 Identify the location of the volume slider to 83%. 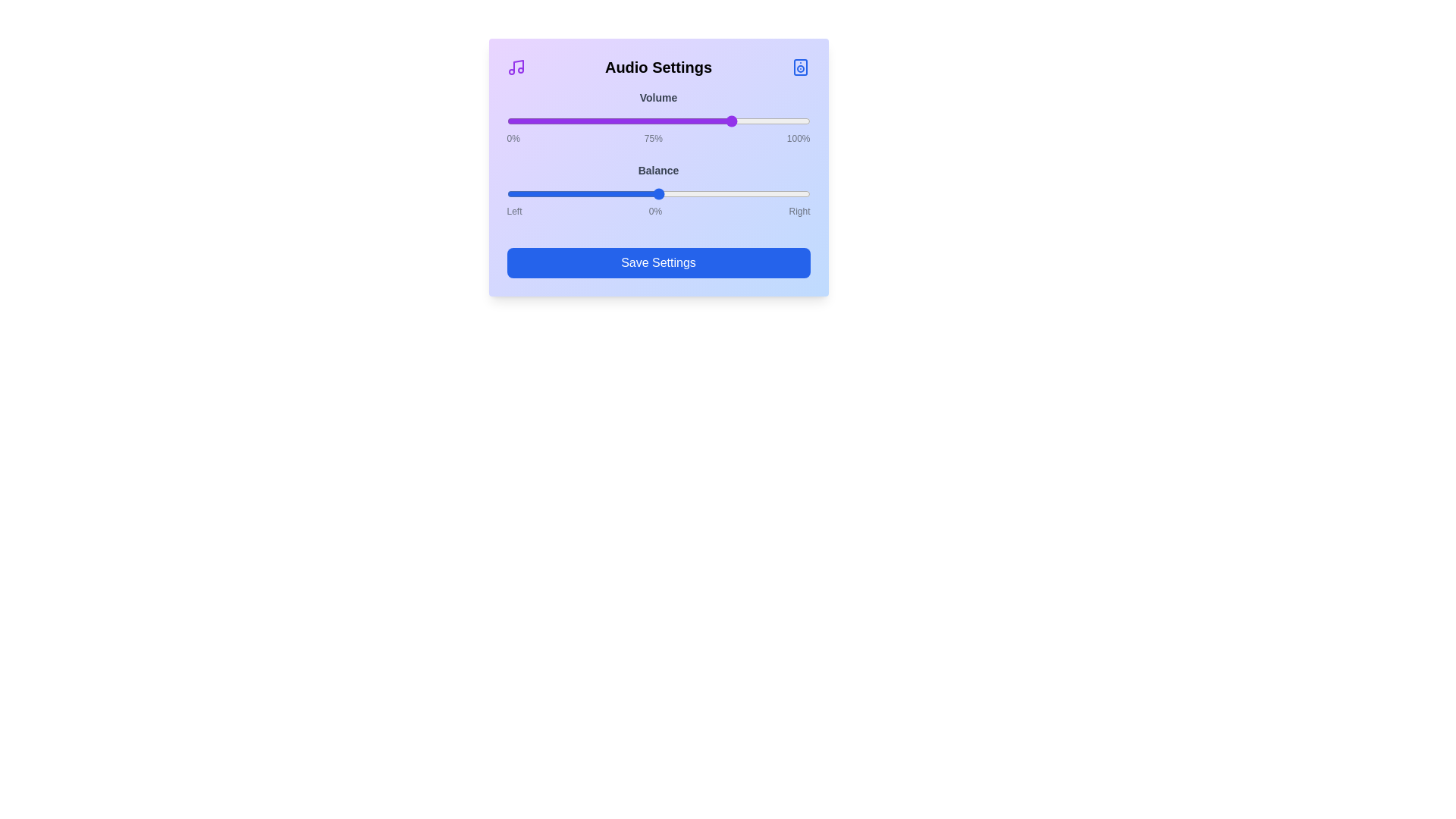
(758, 120).